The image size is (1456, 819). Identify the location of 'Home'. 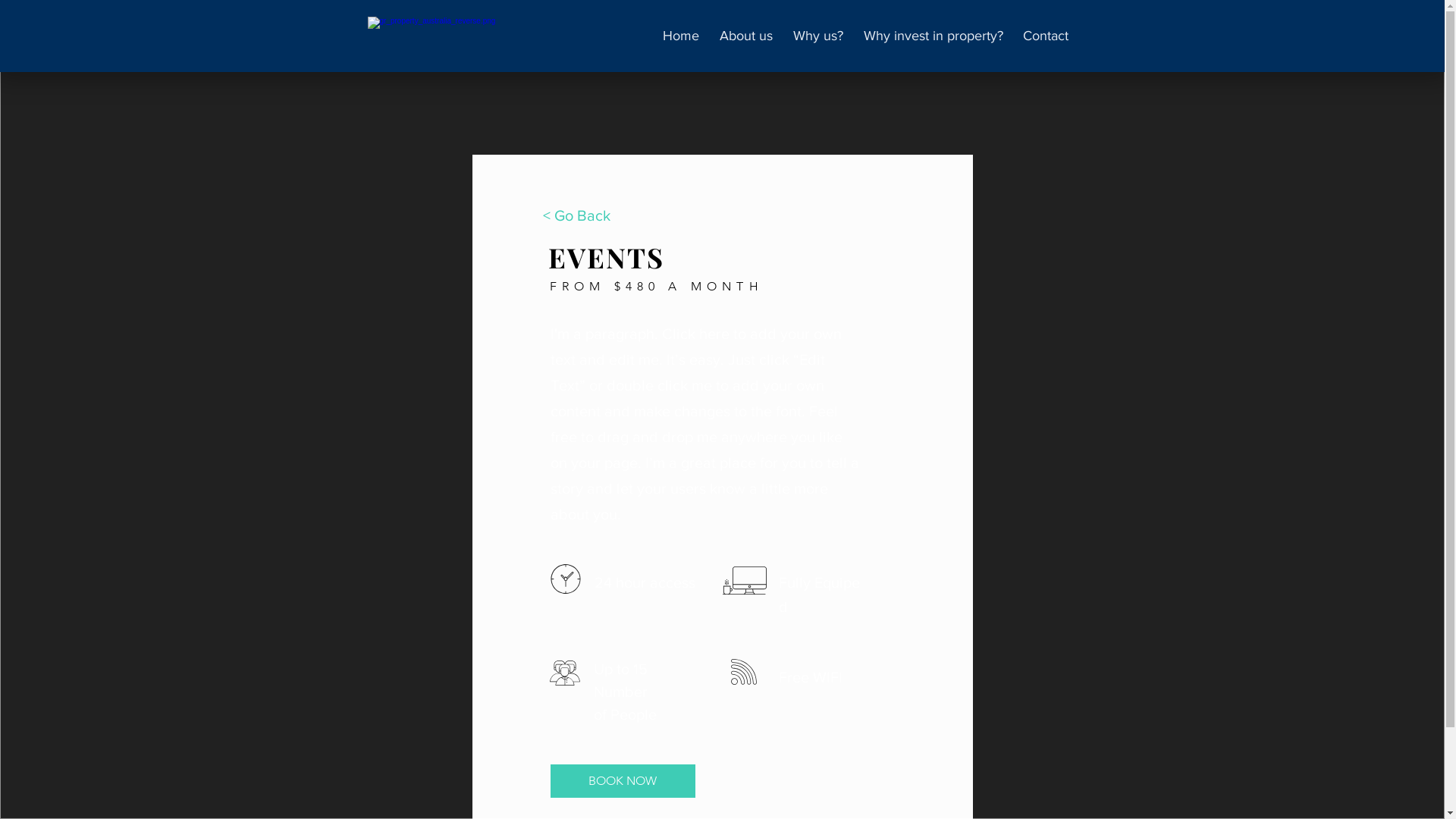
(676, 35).